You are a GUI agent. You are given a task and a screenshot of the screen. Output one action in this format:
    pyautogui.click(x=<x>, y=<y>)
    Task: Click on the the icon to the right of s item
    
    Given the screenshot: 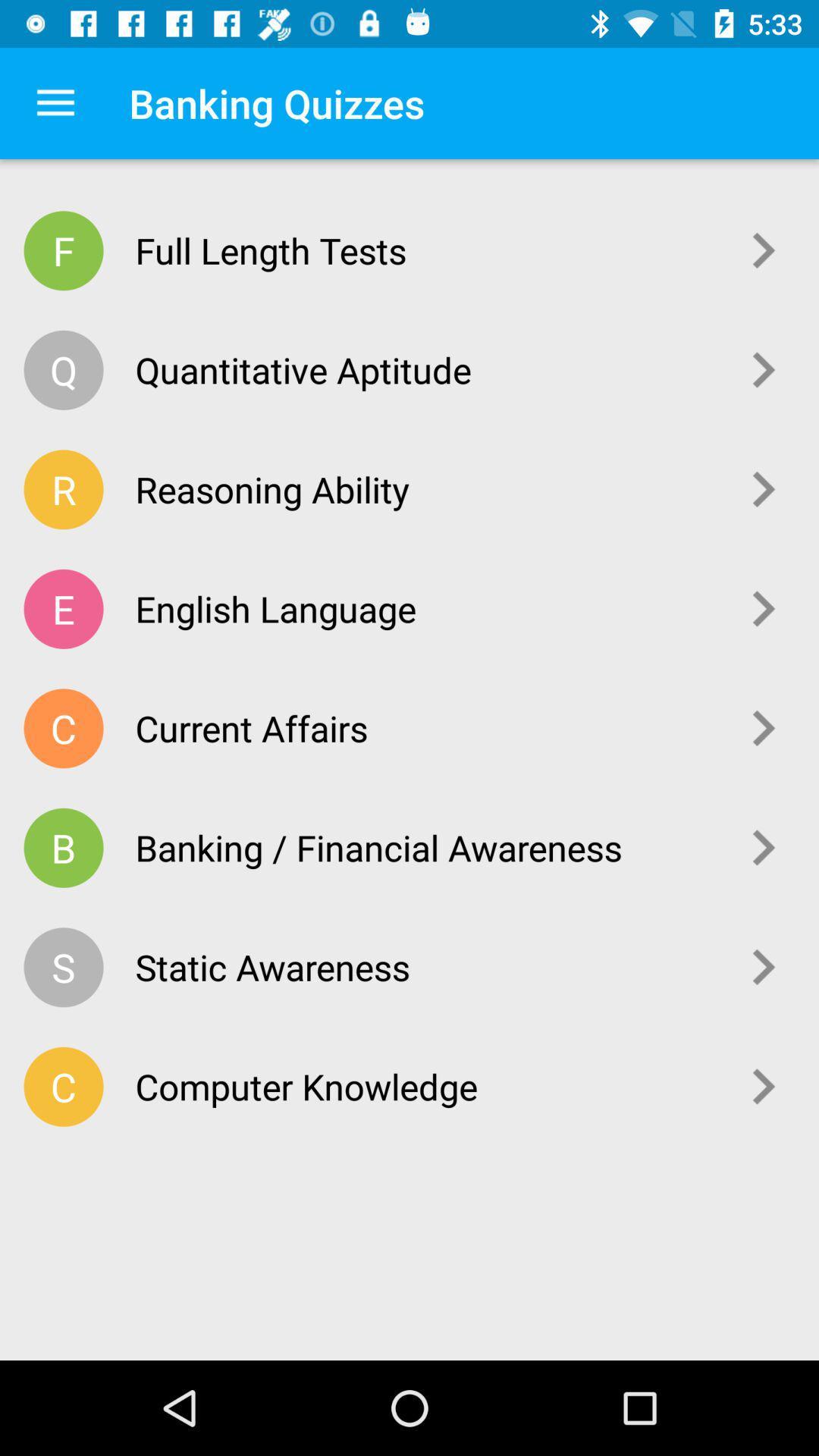 What is the action you would take?
    pyautogui.click(x=425, y=966)
    